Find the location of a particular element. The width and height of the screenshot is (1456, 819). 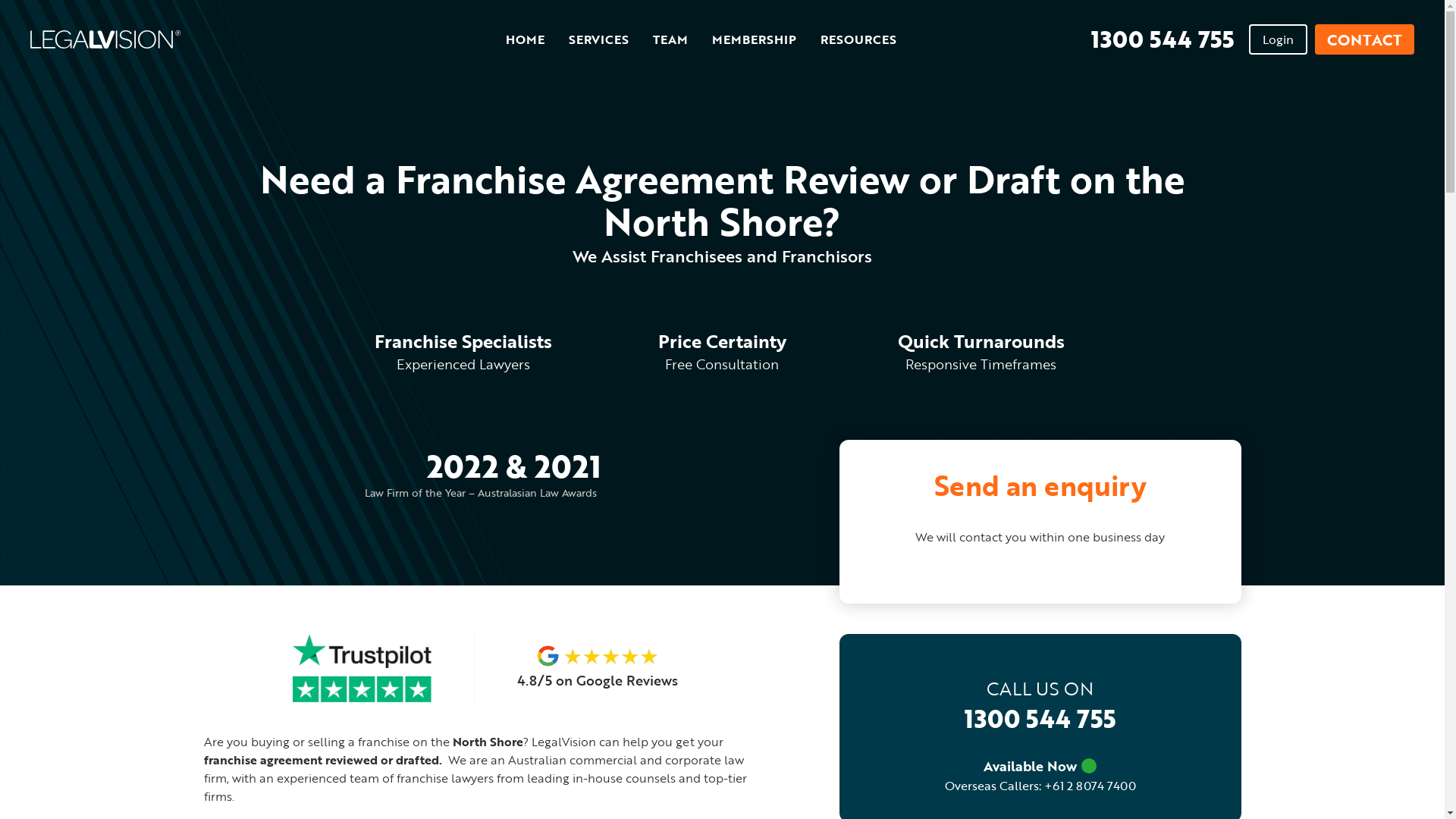

'TEAM' is located at coordinates (652, 39).